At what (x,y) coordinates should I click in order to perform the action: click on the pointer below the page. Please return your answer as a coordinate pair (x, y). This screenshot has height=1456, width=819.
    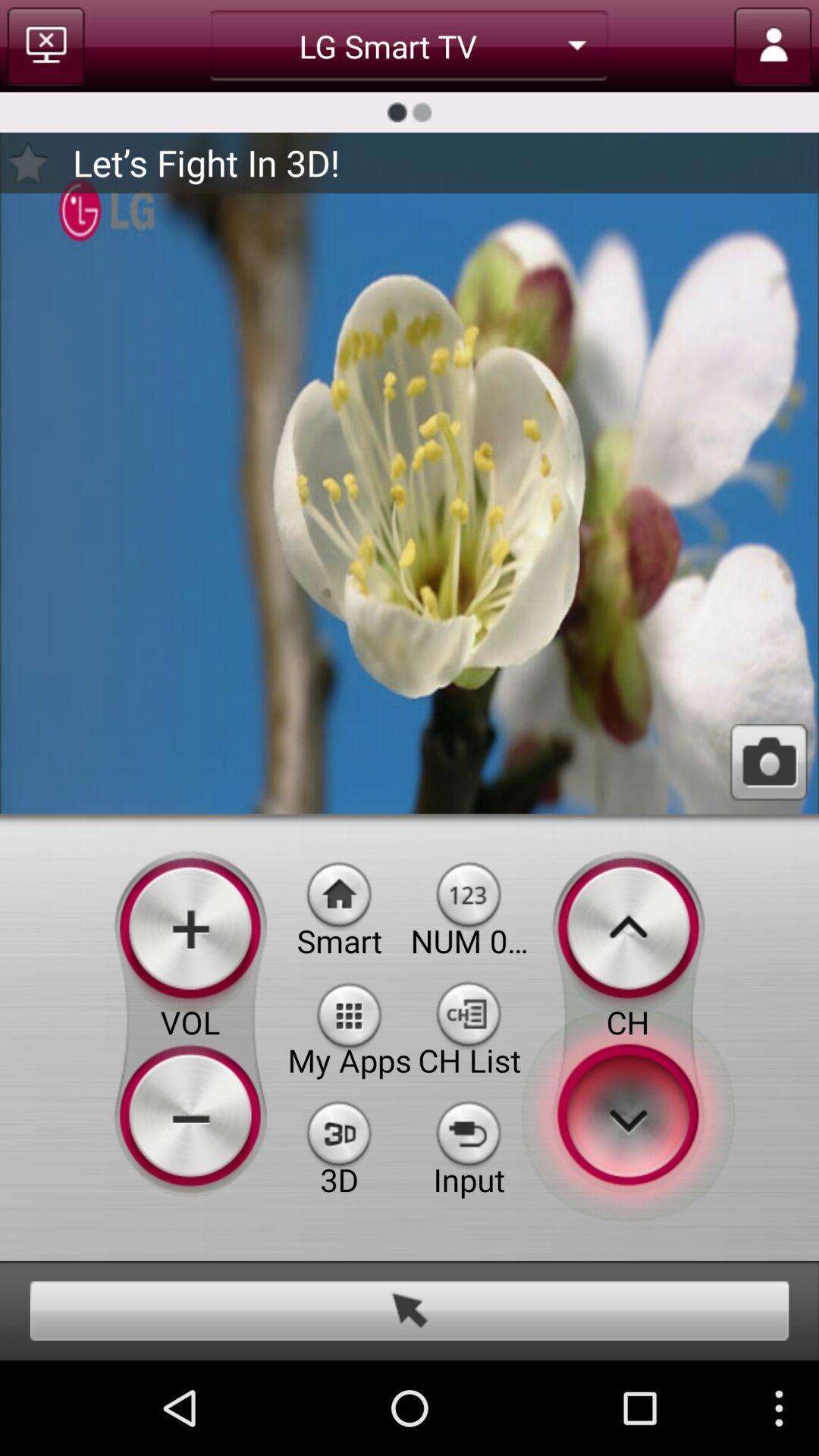
    Looking at the image, I should click on (409, 1310).